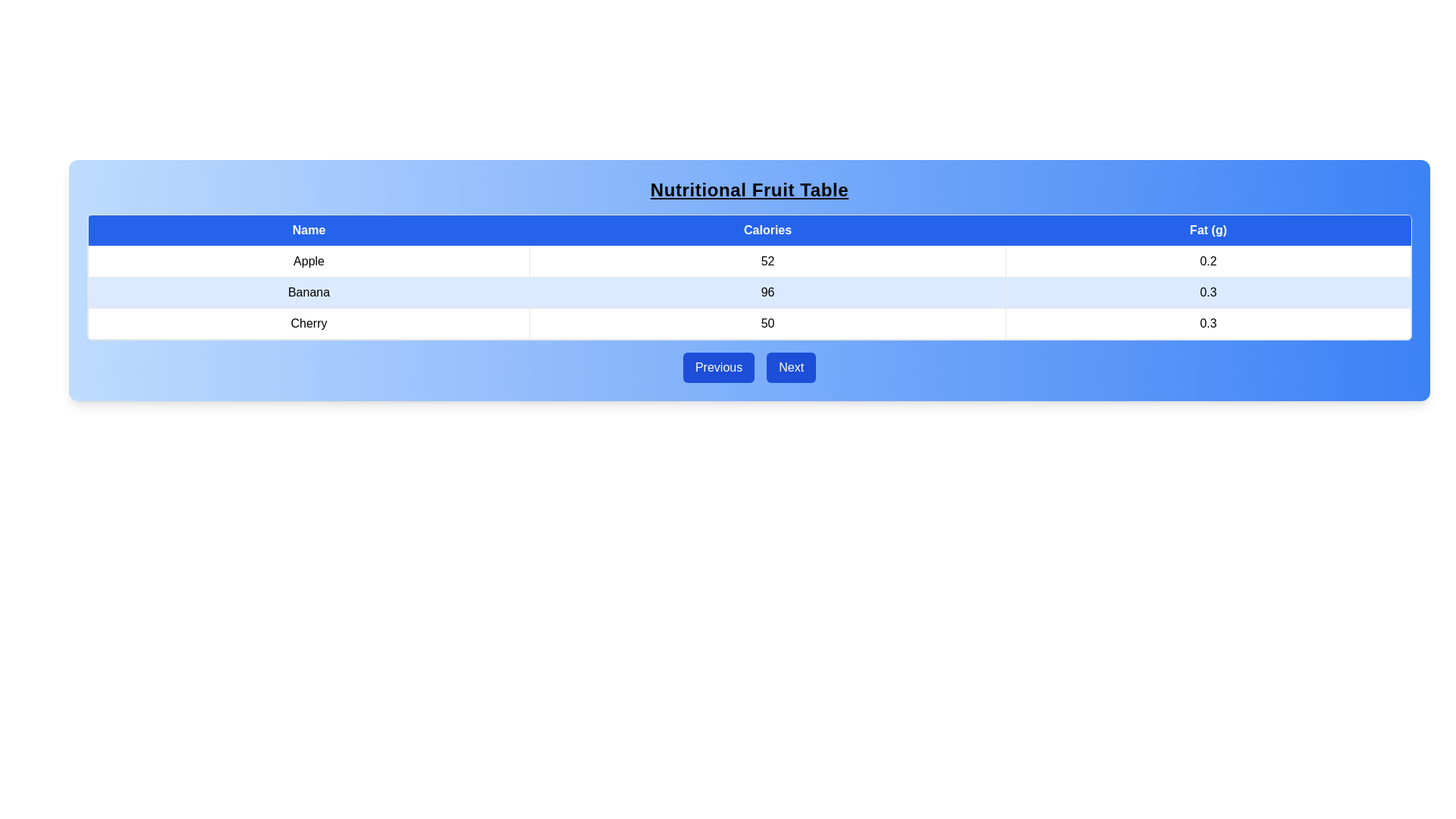  What do you see at coordinates (749, 231) in the screenshot?
I see `headers of the Table Header Row in the Nutritional Fruit Table, which includes 'Name', 'Calories', and 'Fat (g)'` at bounding box center [749, 231].